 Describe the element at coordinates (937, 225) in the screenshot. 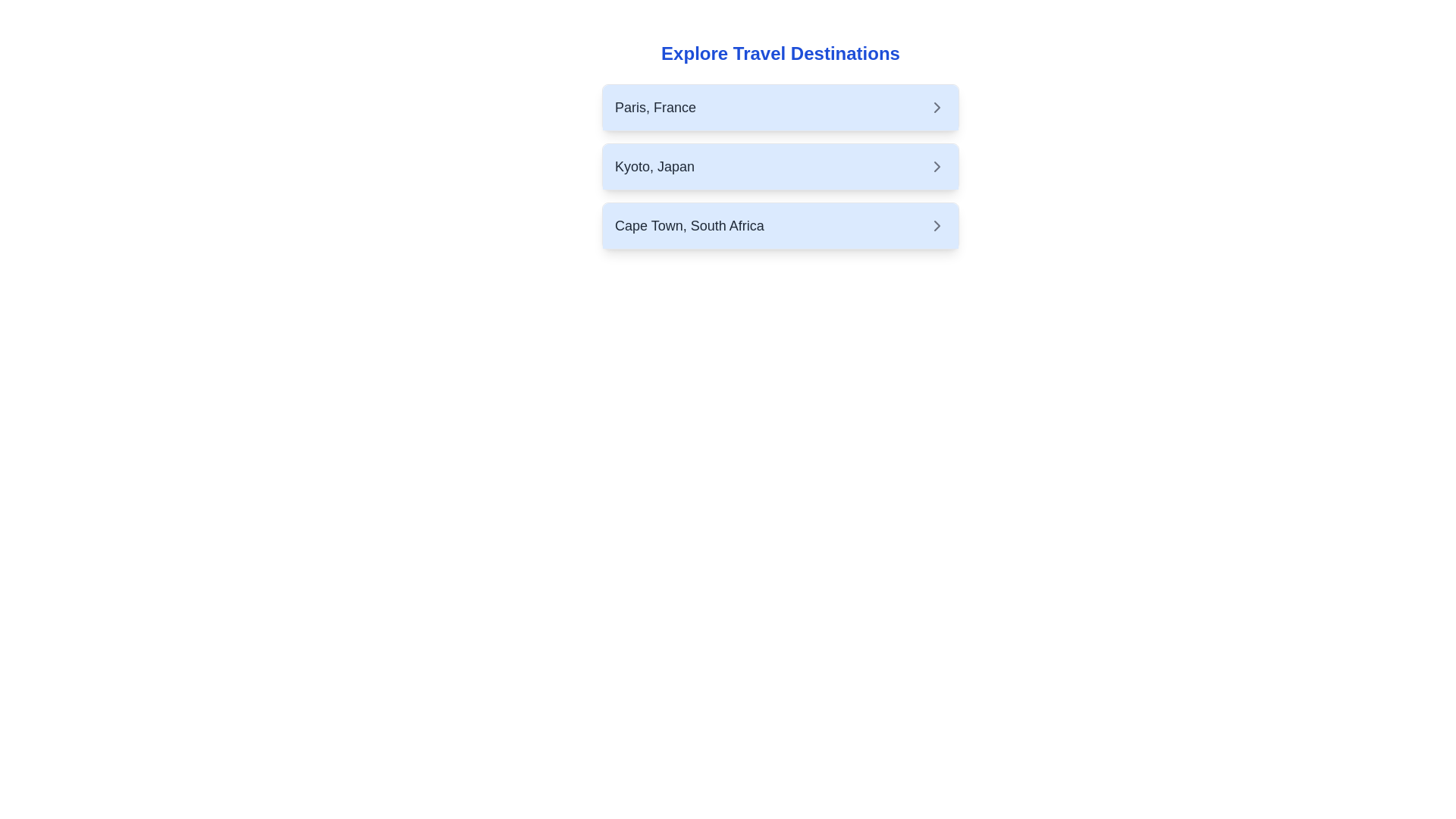

I see `the chevron icon located on the right side of the 'Cape Town, South Africa' list item` at that location.